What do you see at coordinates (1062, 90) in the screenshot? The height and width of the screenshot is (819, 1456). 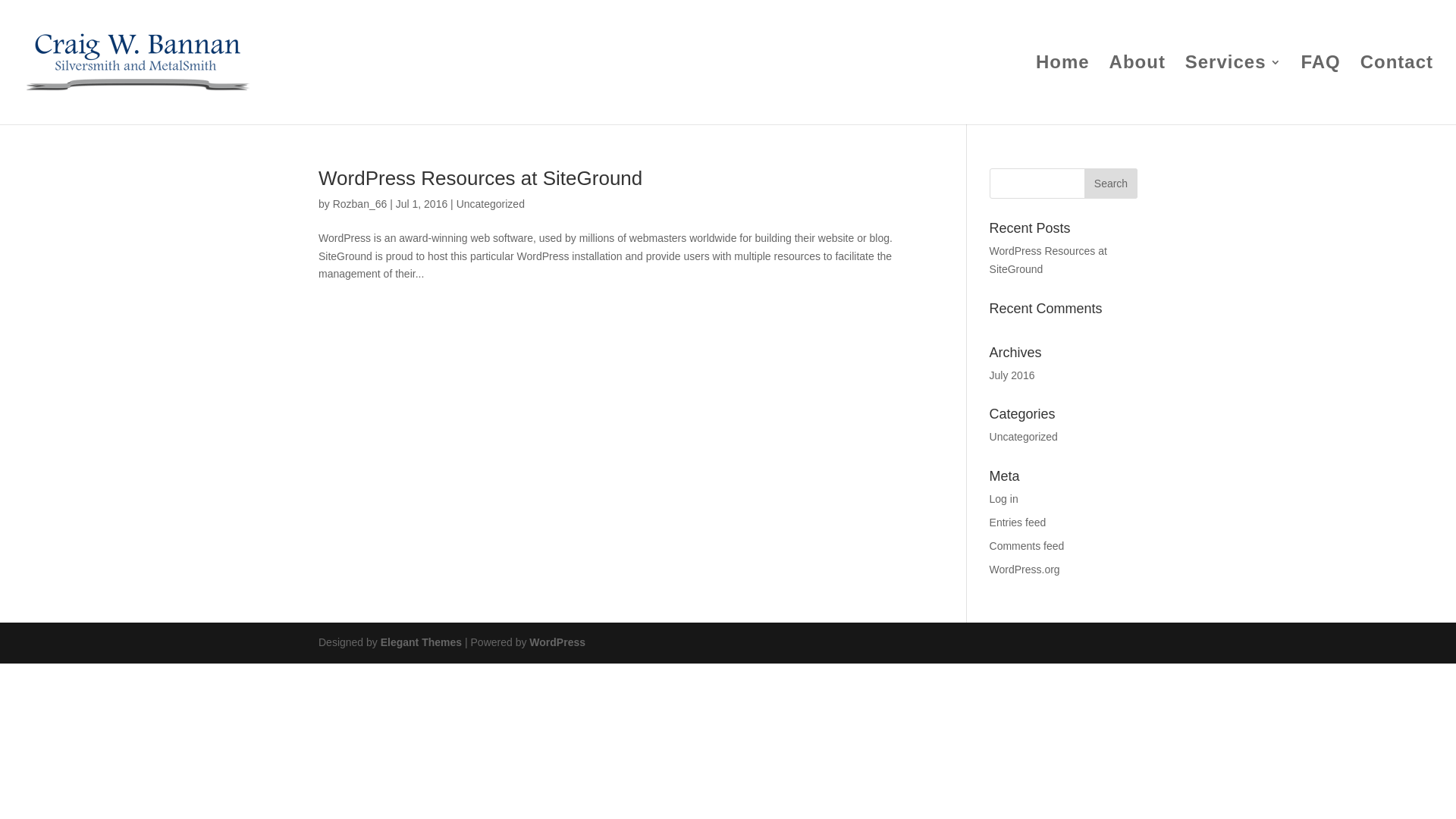 I see `'Home'` at bounding box center [1062, 90].